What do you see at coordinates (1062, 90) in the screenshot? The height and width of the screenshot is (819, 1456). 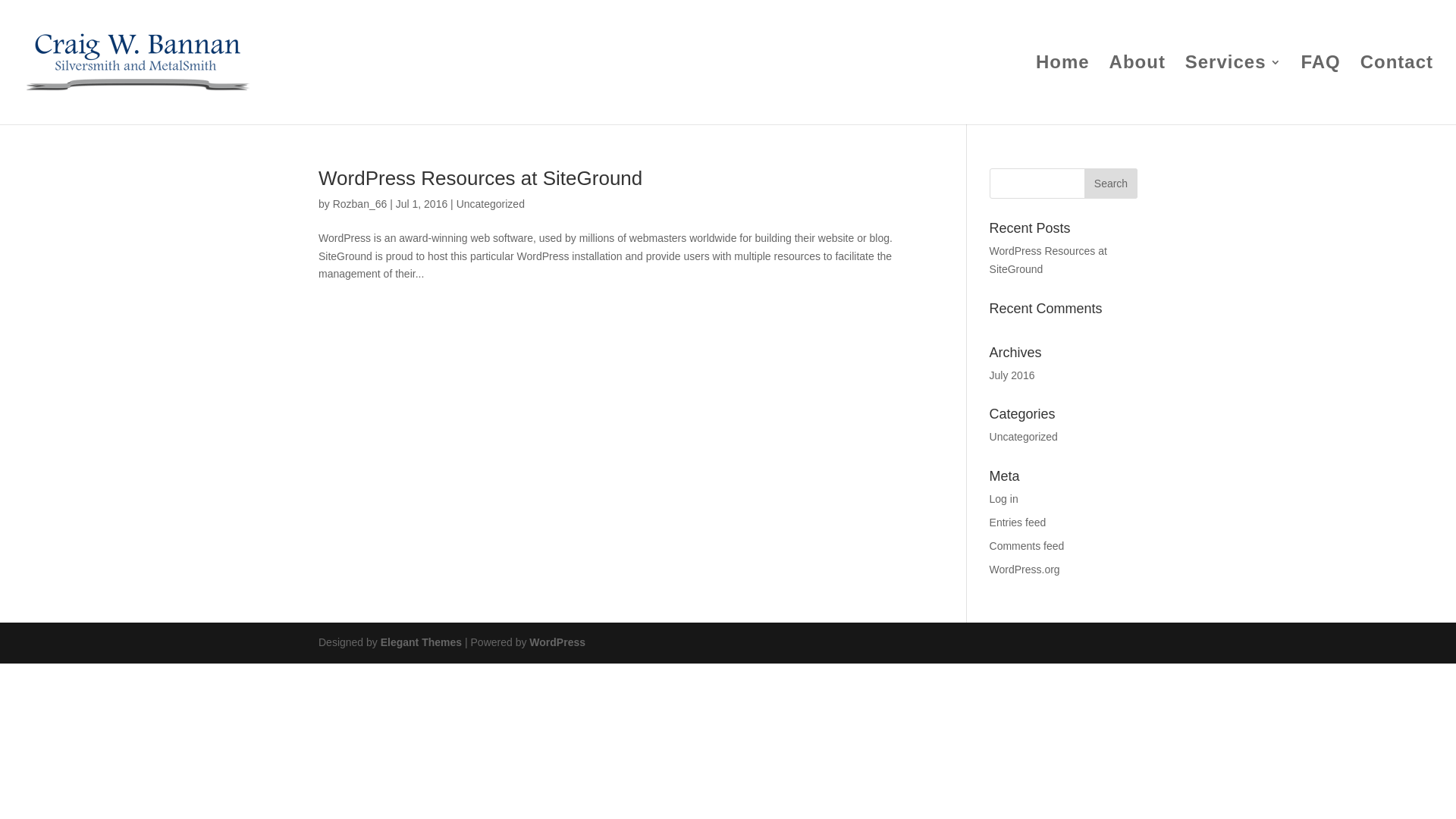 I see `'Home'` at bounding box center [1062, 90].